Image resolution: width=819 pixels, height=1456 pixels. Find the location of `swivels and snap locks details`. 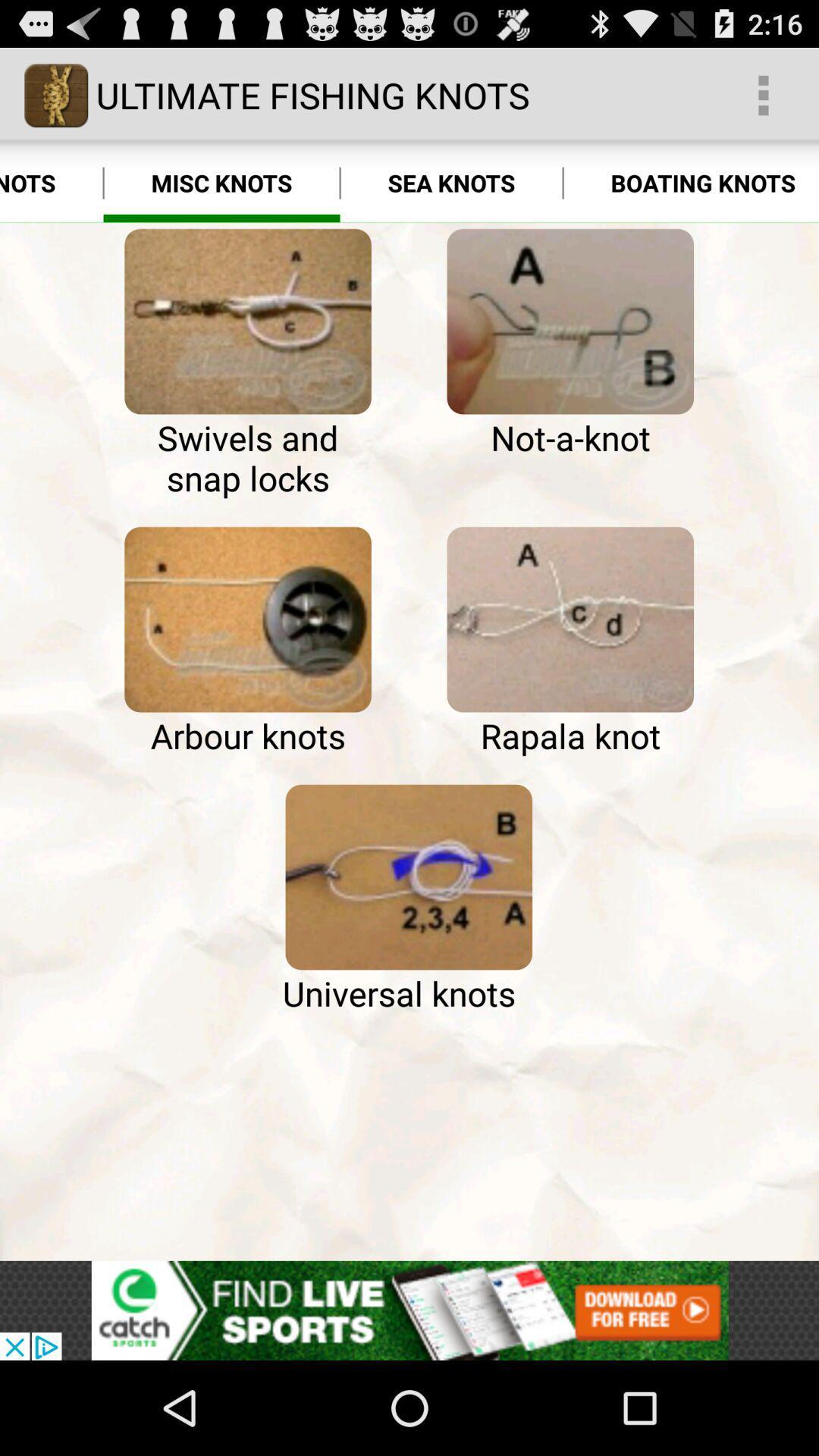

swivels and snap locks details is located at coordinates (247, 321).